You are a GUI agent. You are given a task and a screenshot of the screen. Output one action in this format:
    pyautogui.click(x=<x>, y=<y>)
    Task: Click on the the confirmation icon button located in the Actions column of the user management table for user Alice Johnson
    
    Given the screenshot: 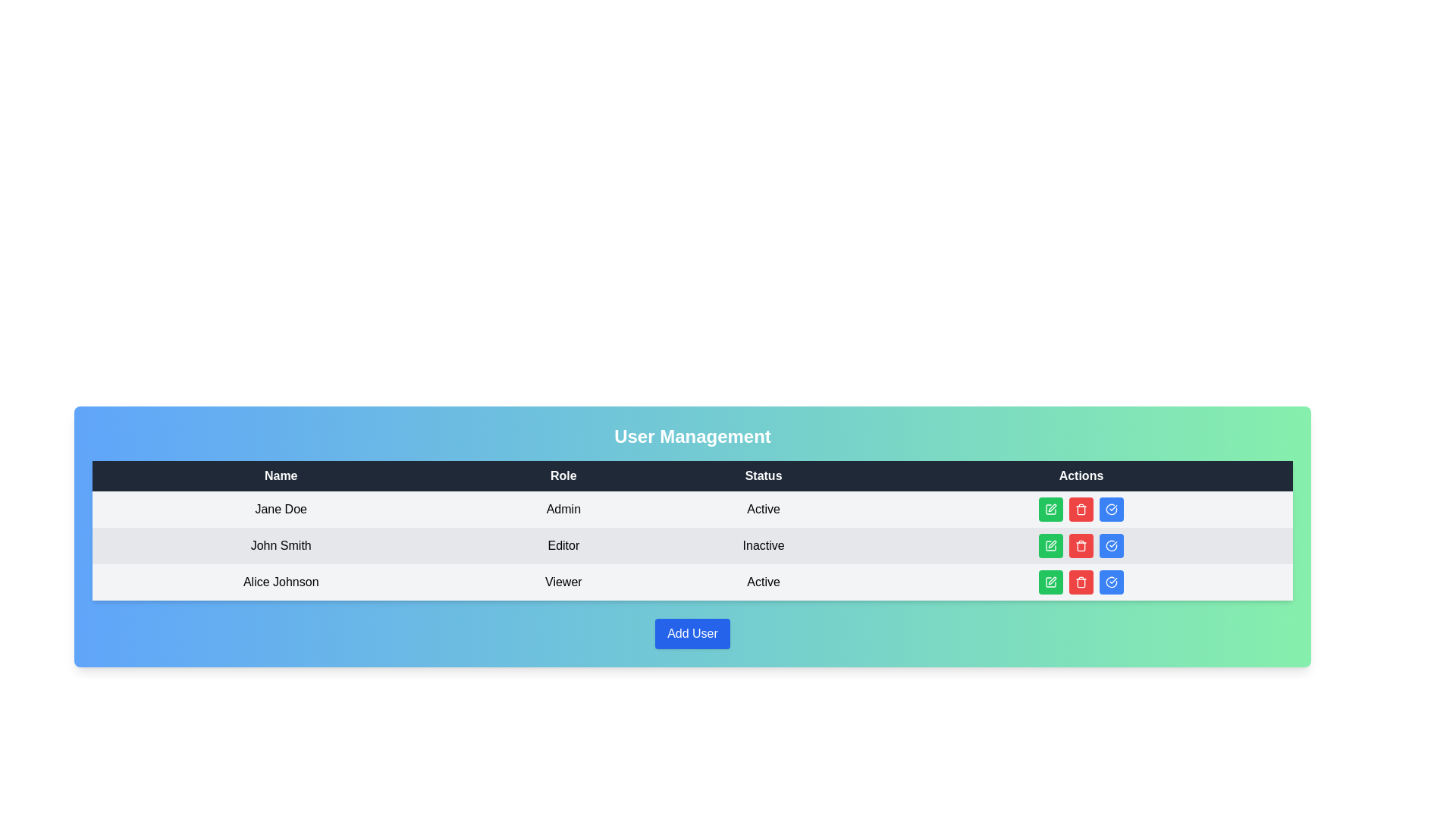 What is the action you would take?
    pyautogui.click(x=1111, y=509)
    